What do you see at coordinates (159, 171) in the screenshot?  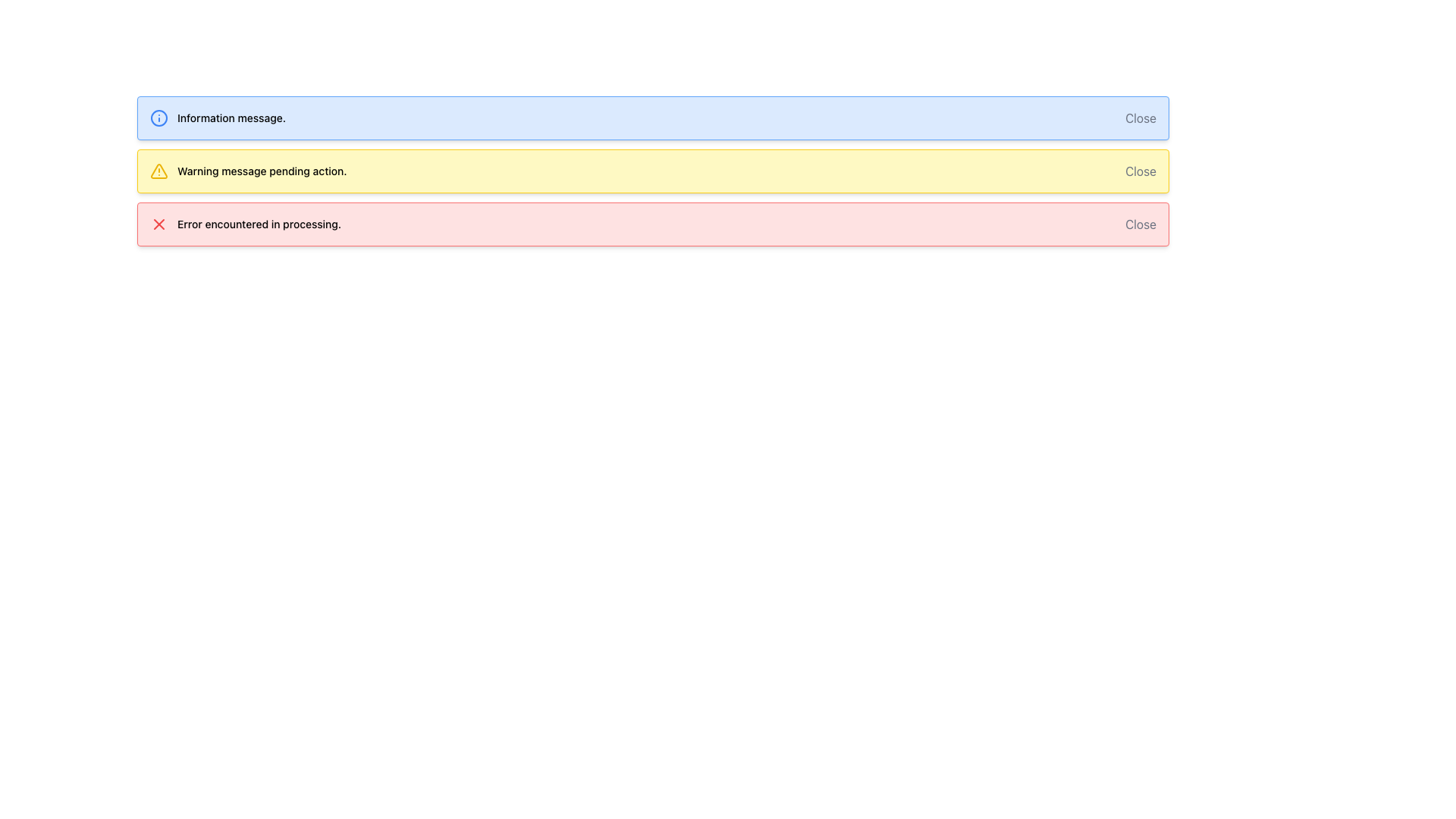 I see `the yellow triangular warning icon with an exclamation mark, located in the second notification bar that reads 'Warning message pending action.'` at bounding box center [159, 171].